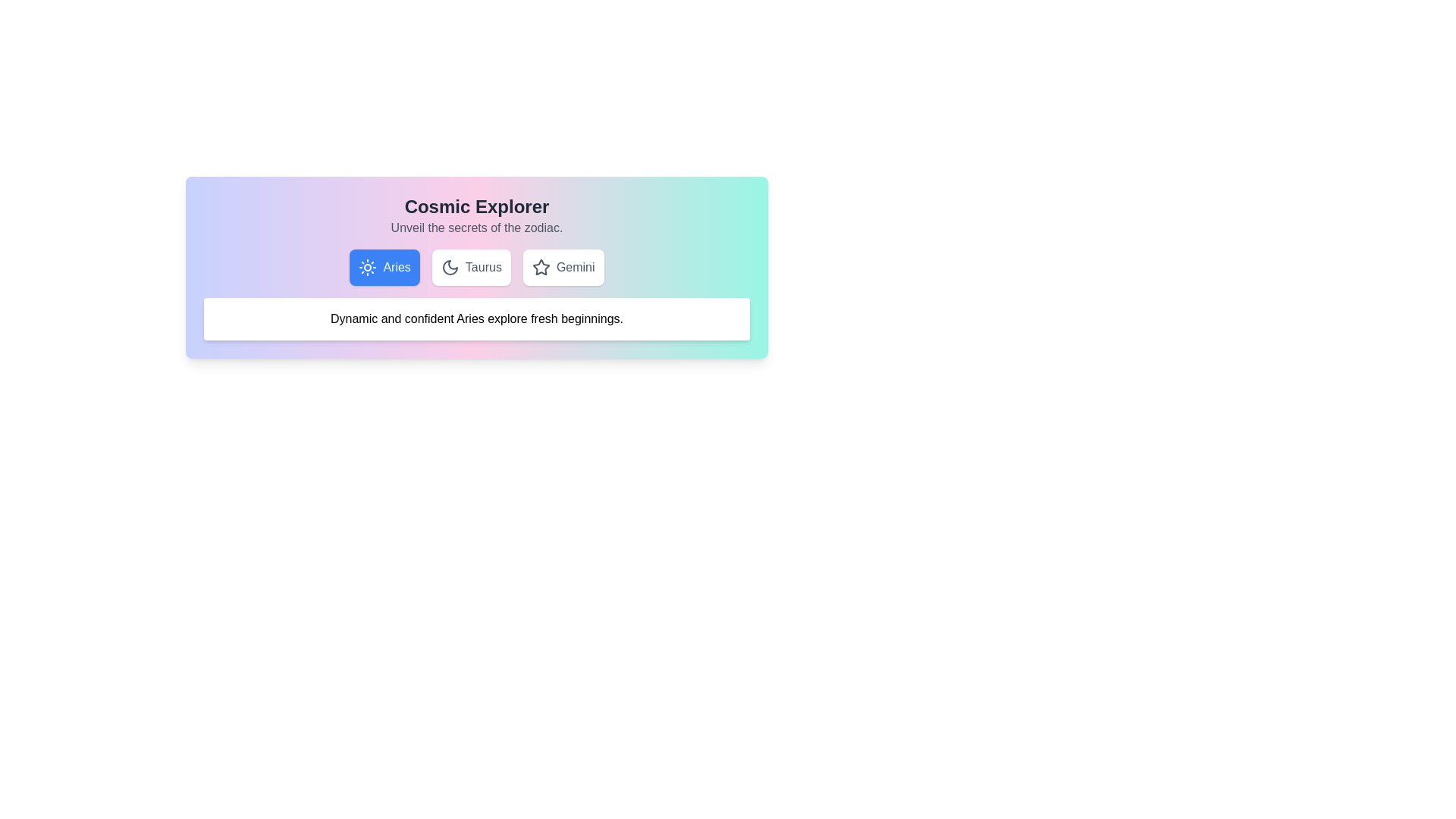 The height and width of the screenshot is (819, 1456). I want to click on the Taurus tab to switch the active tab, so click(470, 267).